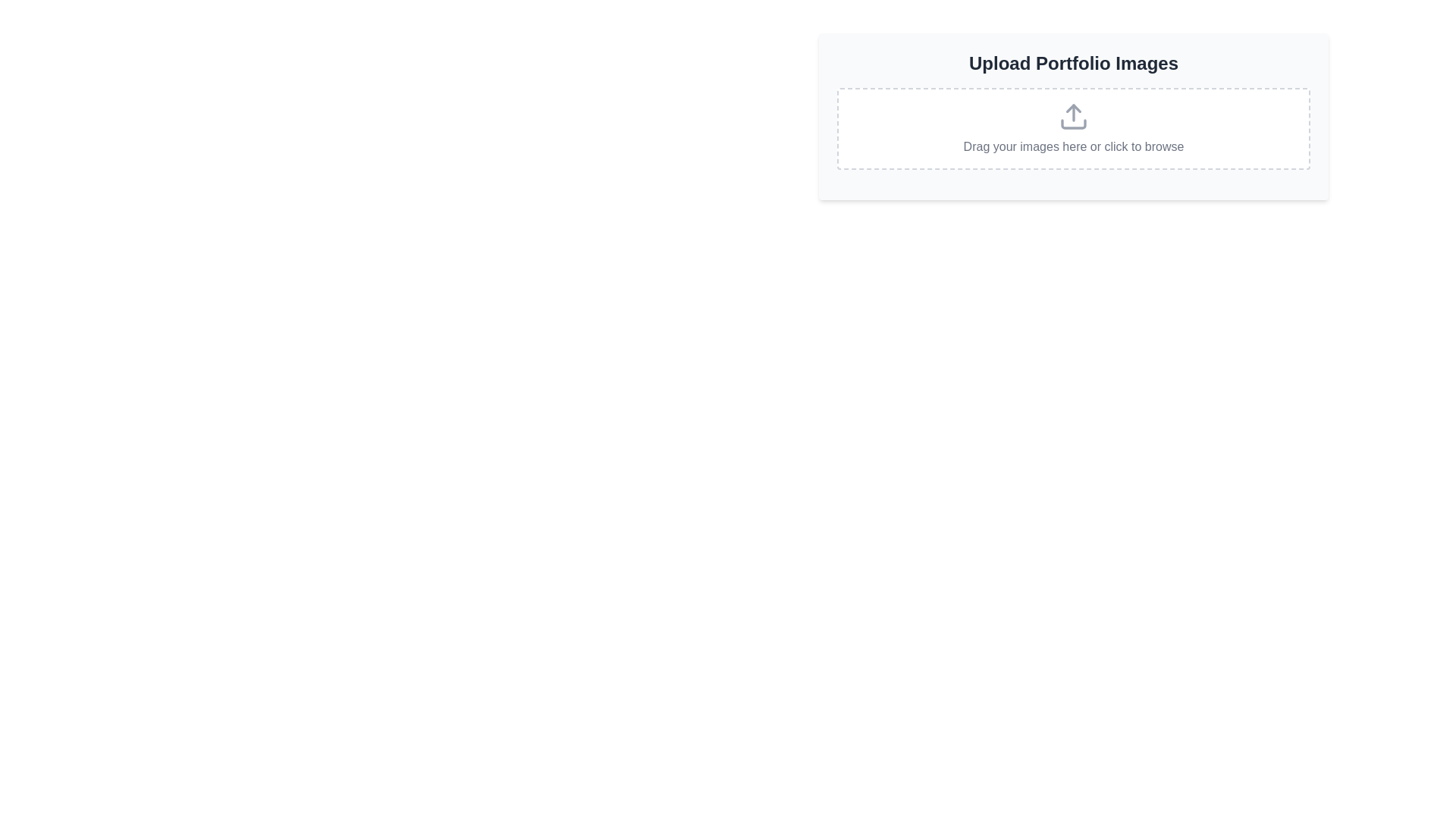 The image size is (1456, 819). Describe the element at coordinates (1073, 127) in the screenshot. I see `and drop files onto the File upload area, which is a dashed rectangular box with a centered upload icon and the text 'Drag your images here or click` at that location.